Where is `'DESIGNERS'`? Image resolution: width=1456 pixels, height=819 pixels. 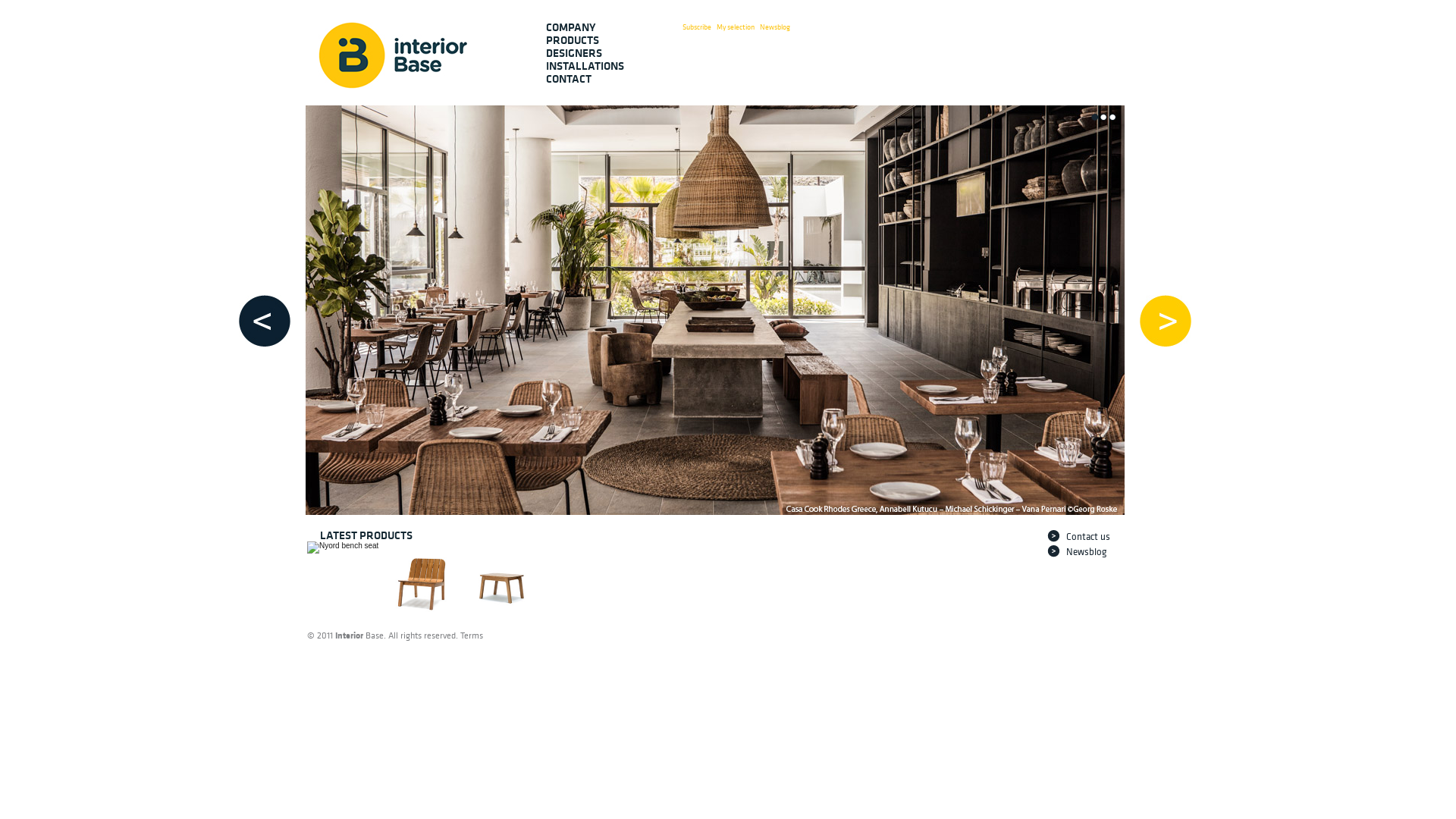 'DESIGNERS' is located at coordinates (546, 52).